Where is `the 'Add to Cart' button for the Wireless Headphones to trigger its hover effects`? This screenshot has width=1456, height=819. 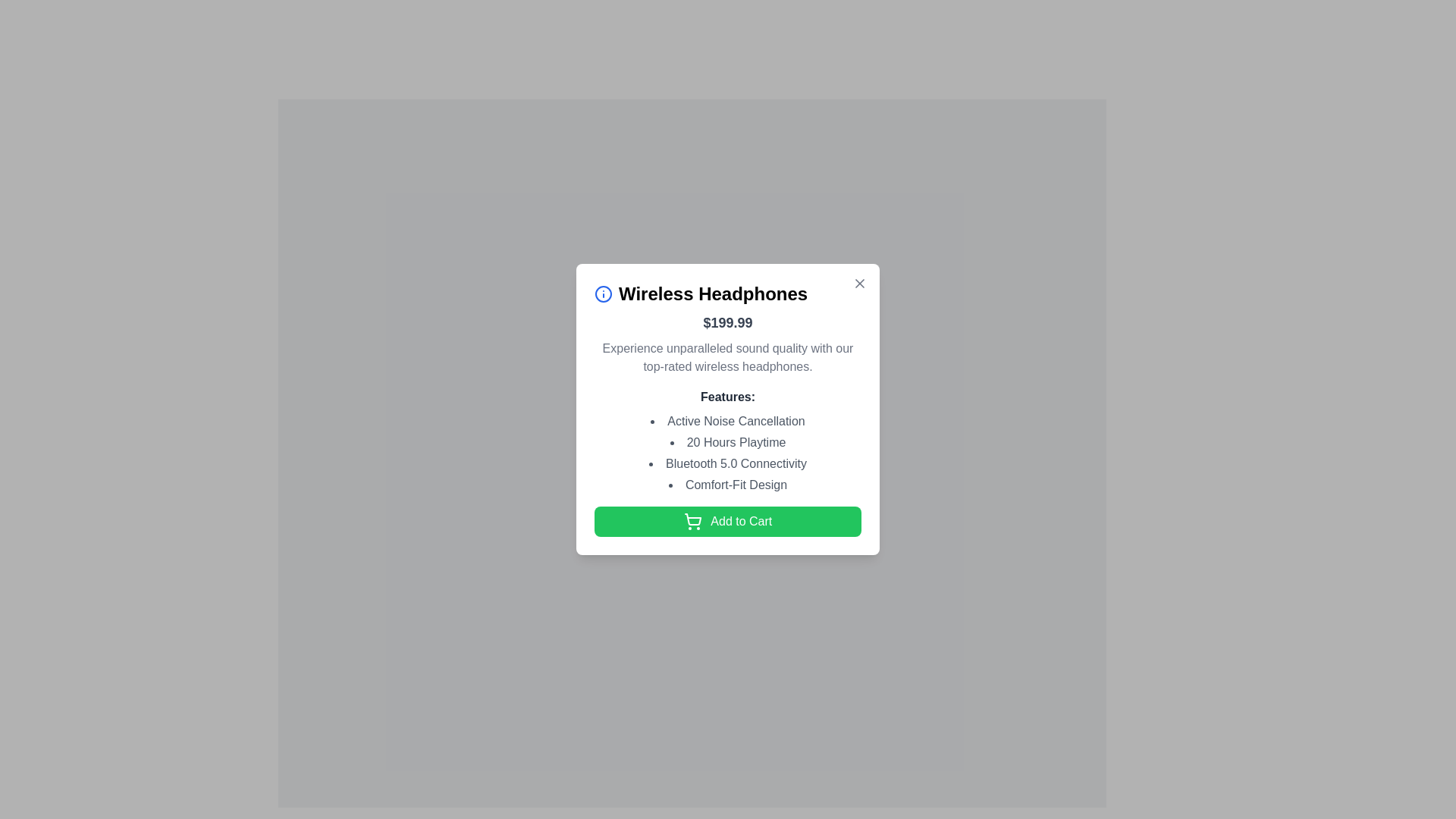
the 'Add to Cart' button for the Wireless Headphones to trigger its hover effects is located at coordinates (728, 519).